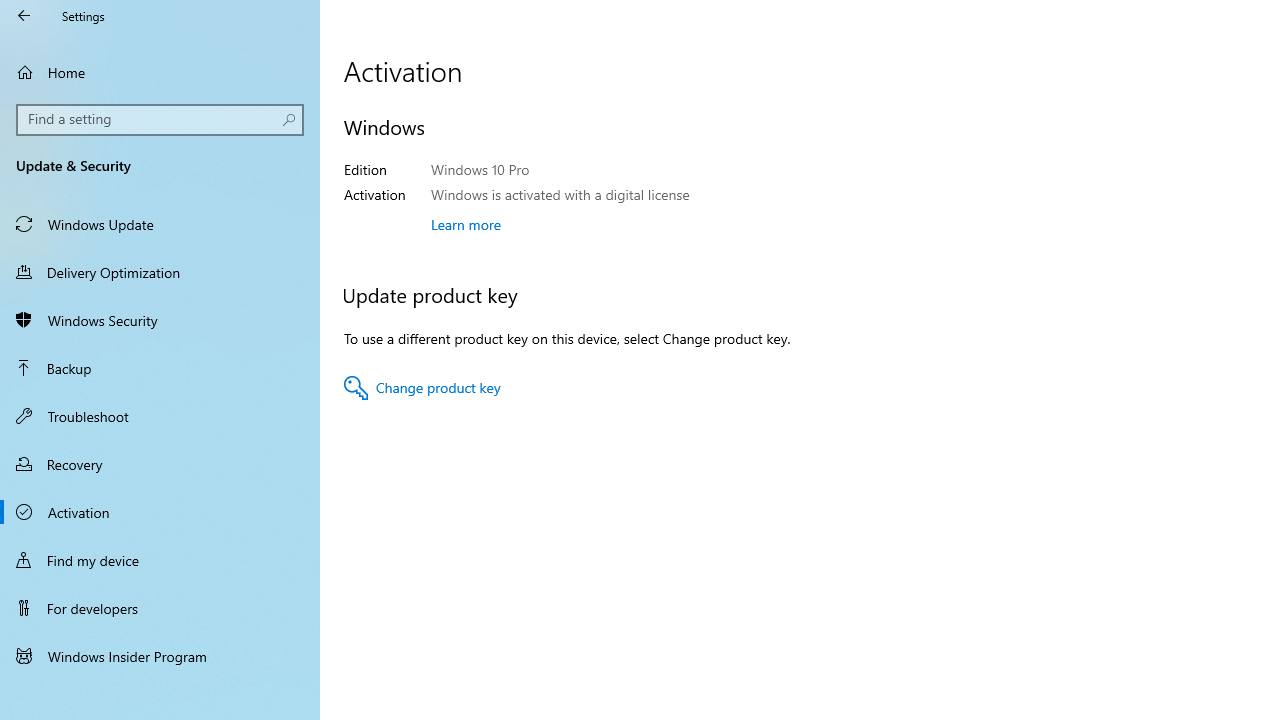 This screenshot has width=1280, height=720. I want to click on 'Activation', so click(160, 510).